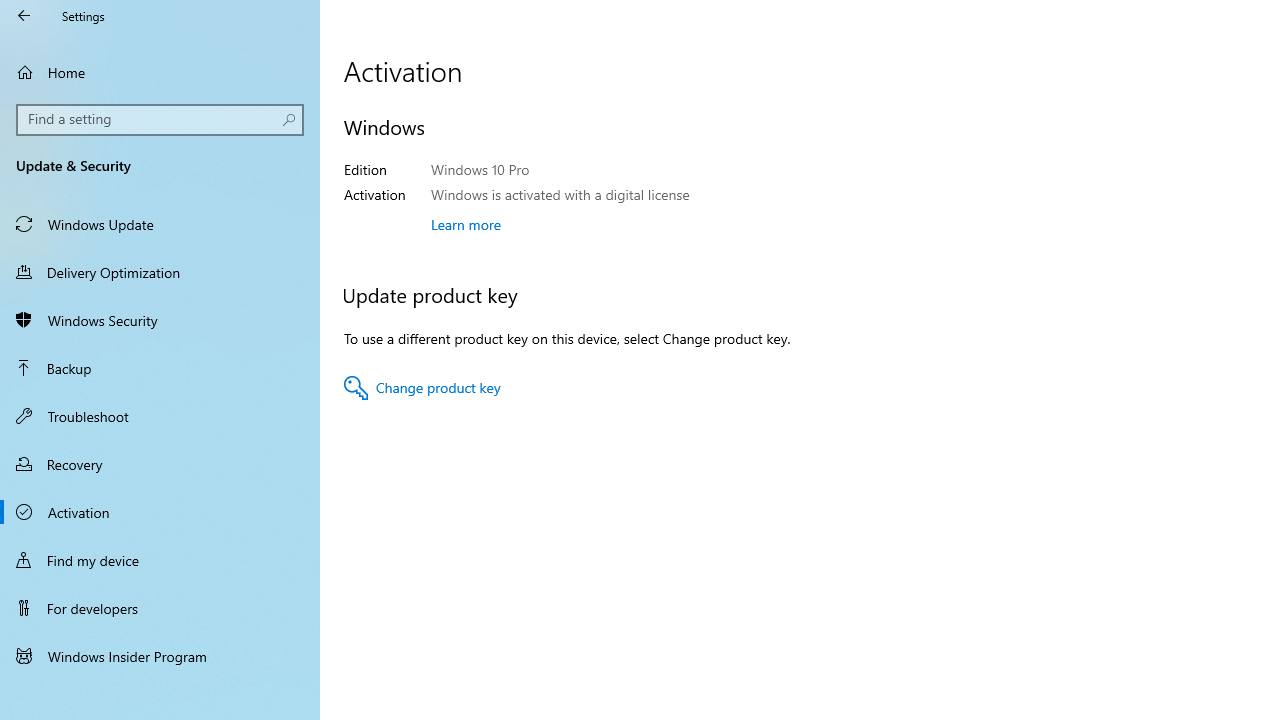 This screenshot has width=1280, height=720. I want to click on 'Activation', so click(160, 510).